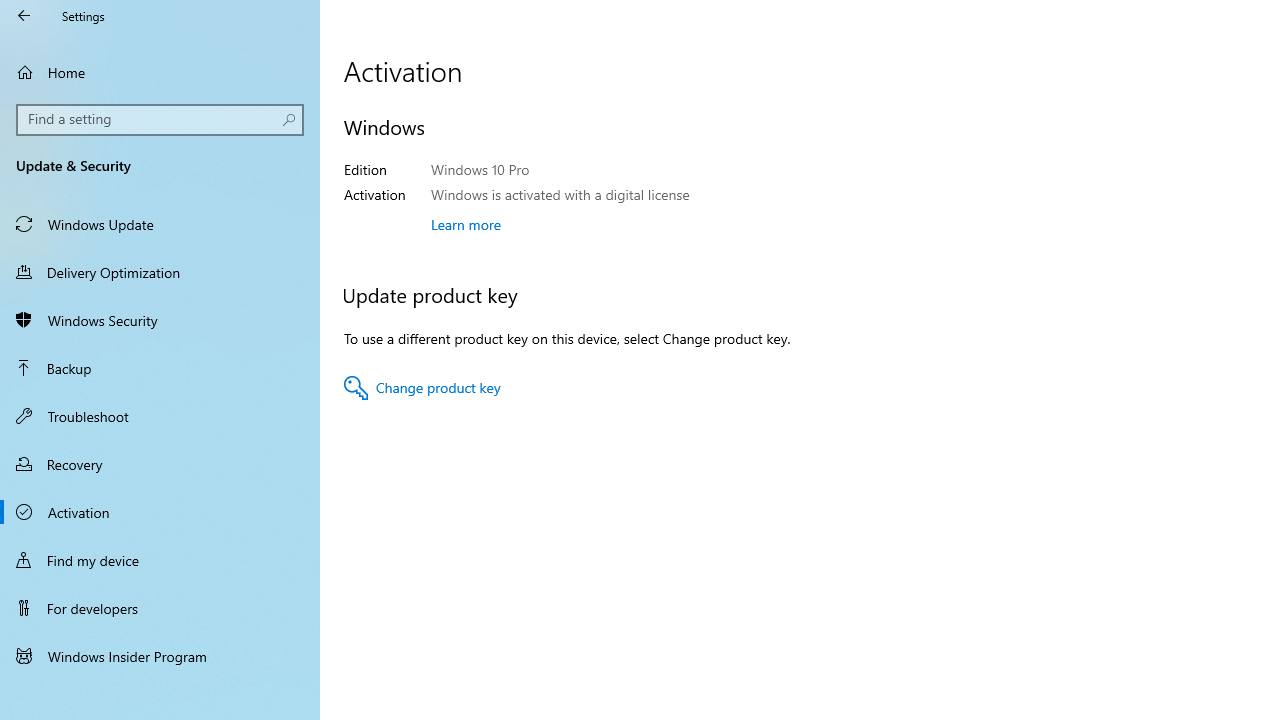 This screenshot has width=1280, height=720. I want to click on 'Activation', so click(160, 510).